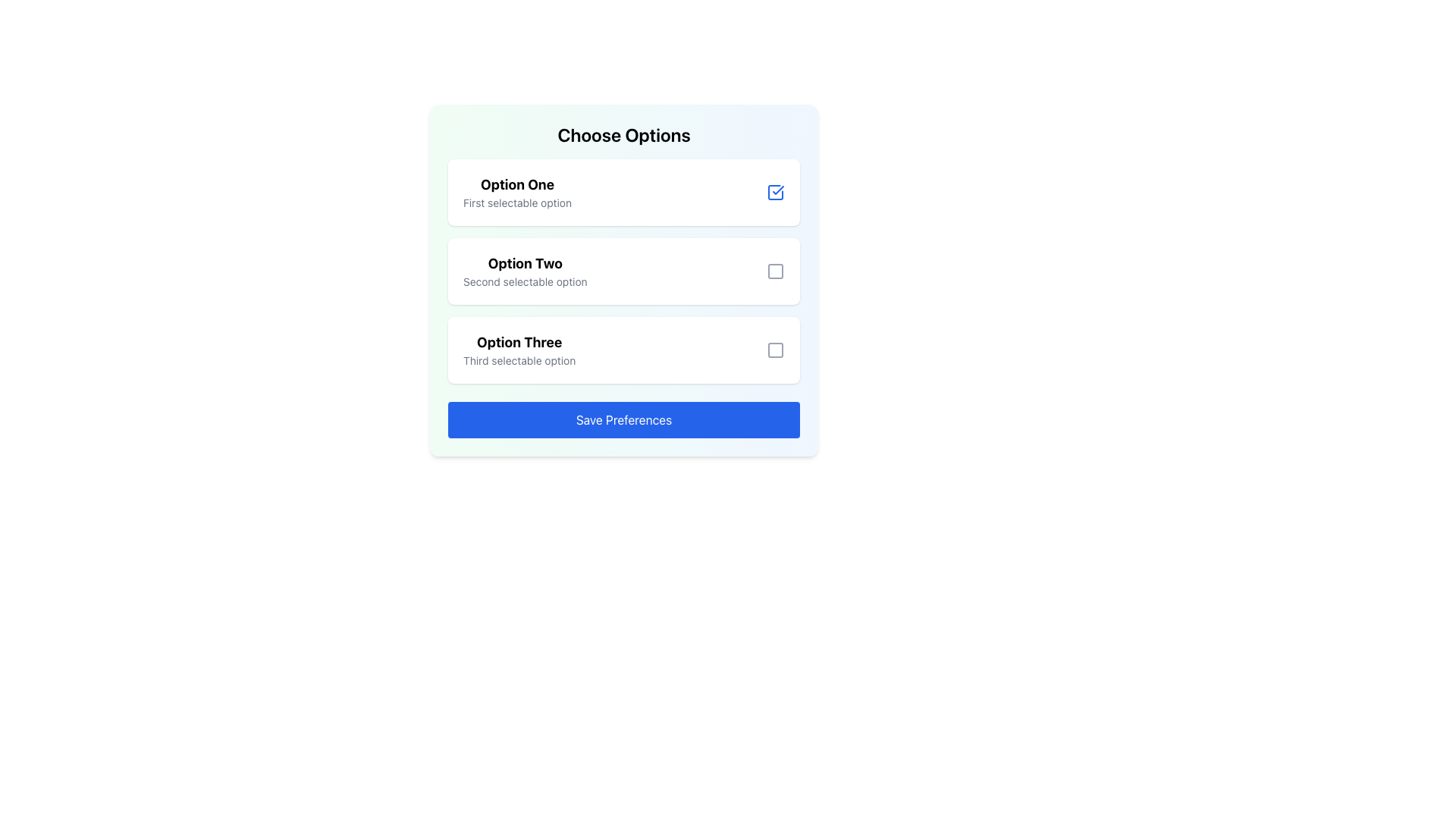 This screenshot has width=1456, height=819. What do you see at coordinates (775, 271) in the screenshot?
I see `the decorative icon or indicator located within the 'Option Two' row, positioned to the right of the text and inside a square outline` at bounding box center [775, 271].